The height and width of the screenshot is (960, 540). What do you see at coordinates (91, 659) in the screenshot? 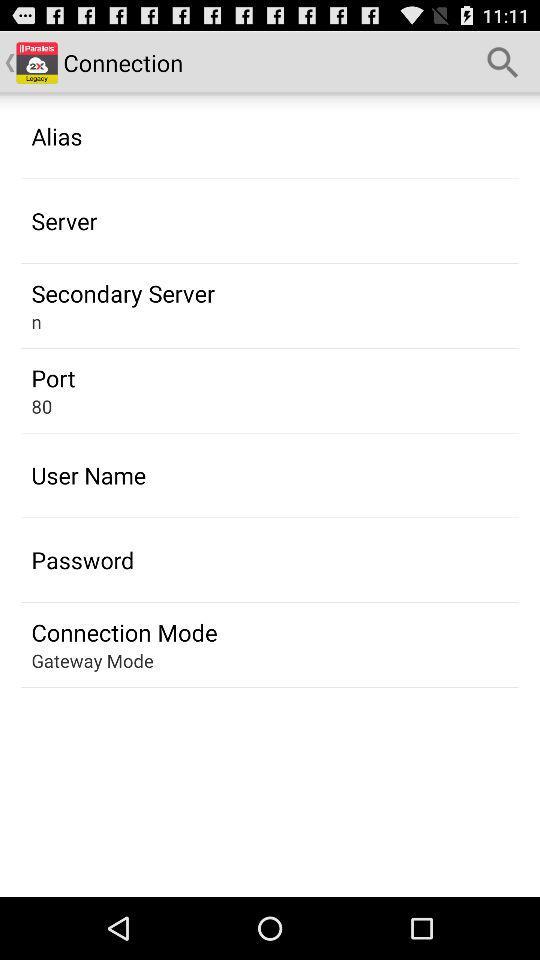
I see `gateway mode at the bottom left corner` at bounding box center [91, 659].